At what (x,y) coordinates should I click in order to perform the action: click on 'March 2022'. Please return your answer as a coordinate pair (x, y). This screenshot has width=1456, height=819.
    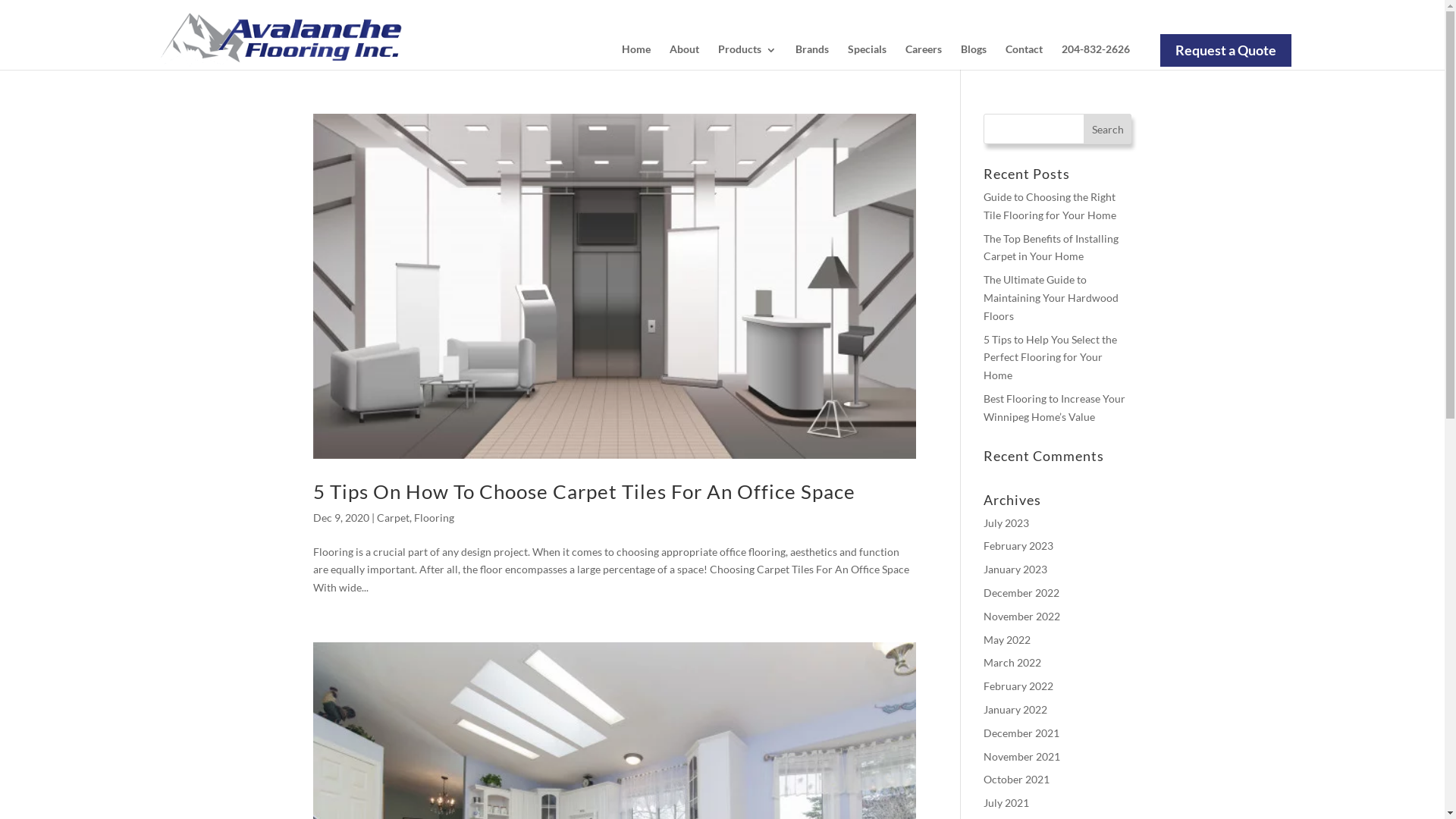
    Looking at the image, I should click on (1012, 661).